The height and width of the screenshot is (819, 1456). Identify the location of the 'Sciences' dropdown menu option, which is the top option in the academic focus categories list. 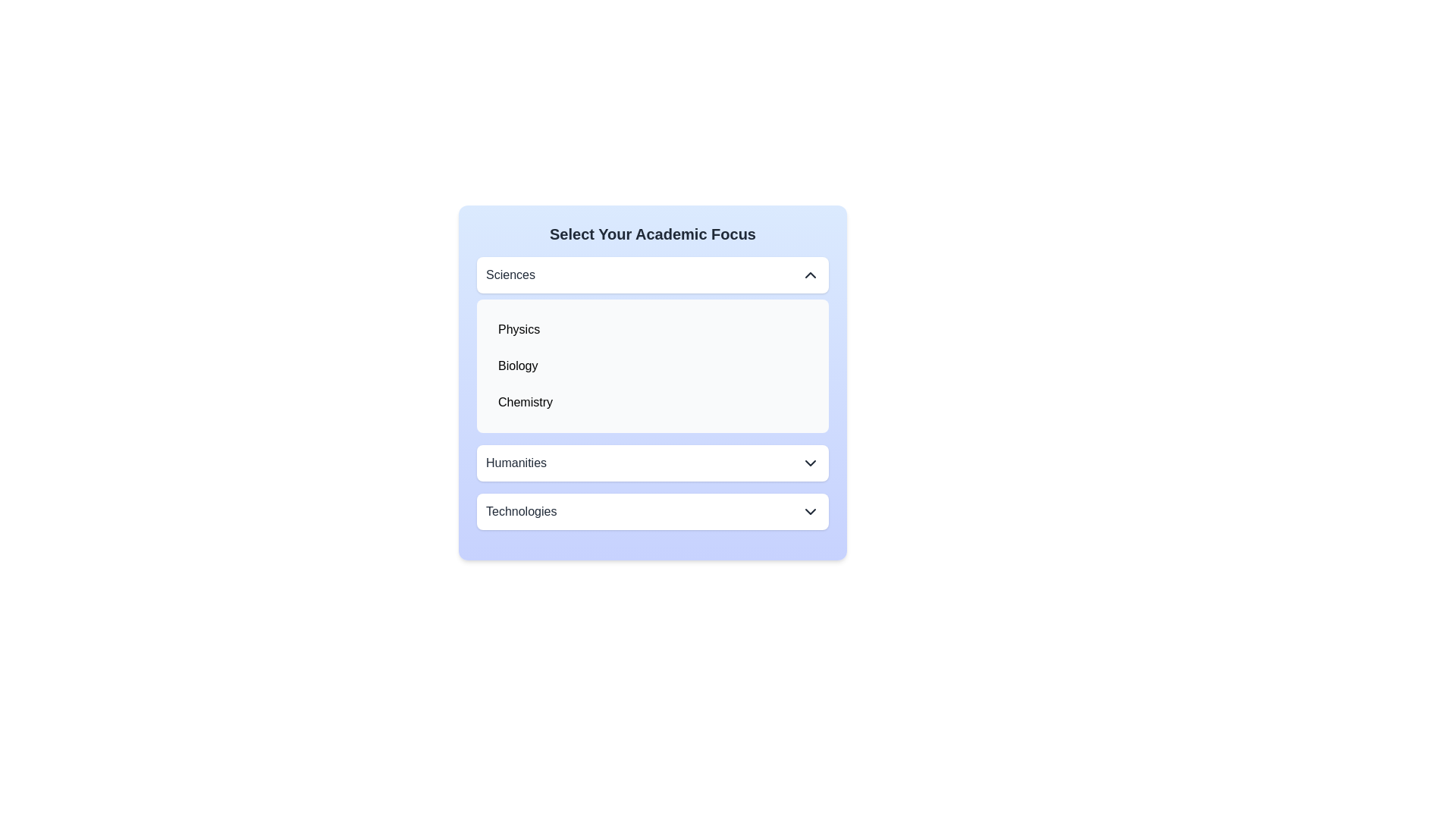
(652, 275).